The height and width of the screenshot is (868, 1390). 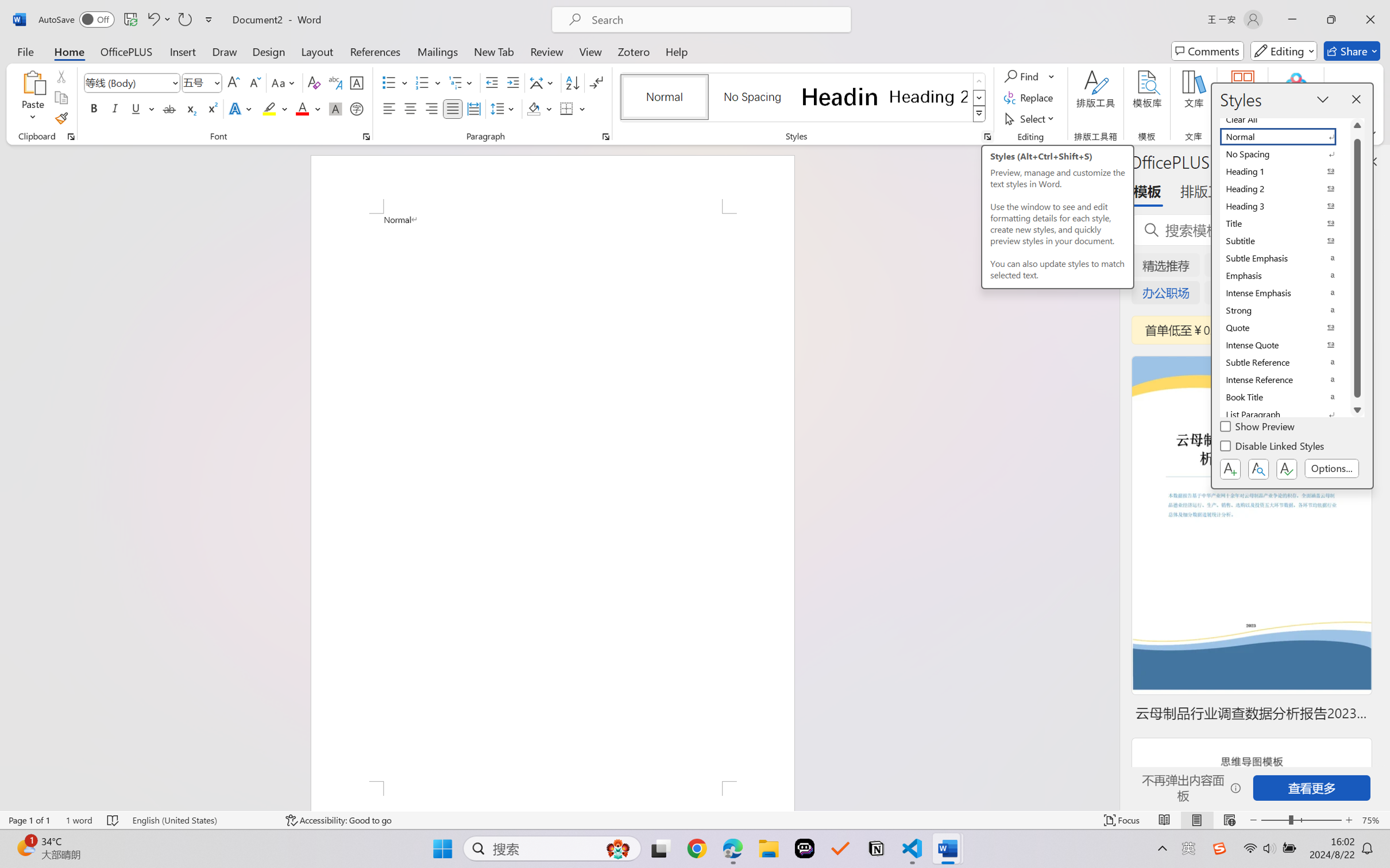 What do you see at coordinates (208, 19) in the screenshot?
I see `'Customize Quick Access Toolbar'` at bounding box center [208, 19].